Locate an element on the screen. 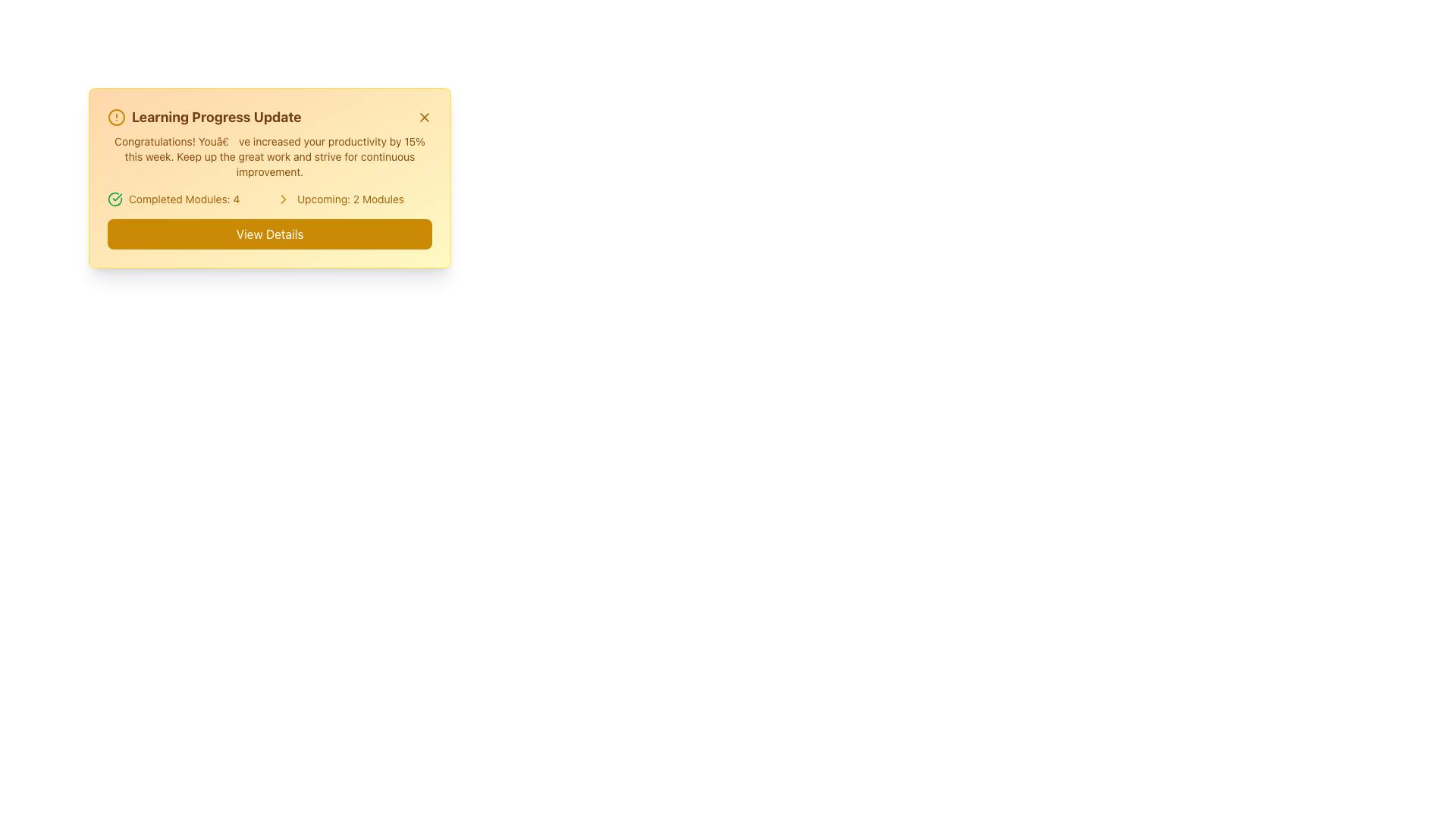  the cross icon located in the top-right corner of the notification card to trigger visual feedback is located at coordinates (425, 116).